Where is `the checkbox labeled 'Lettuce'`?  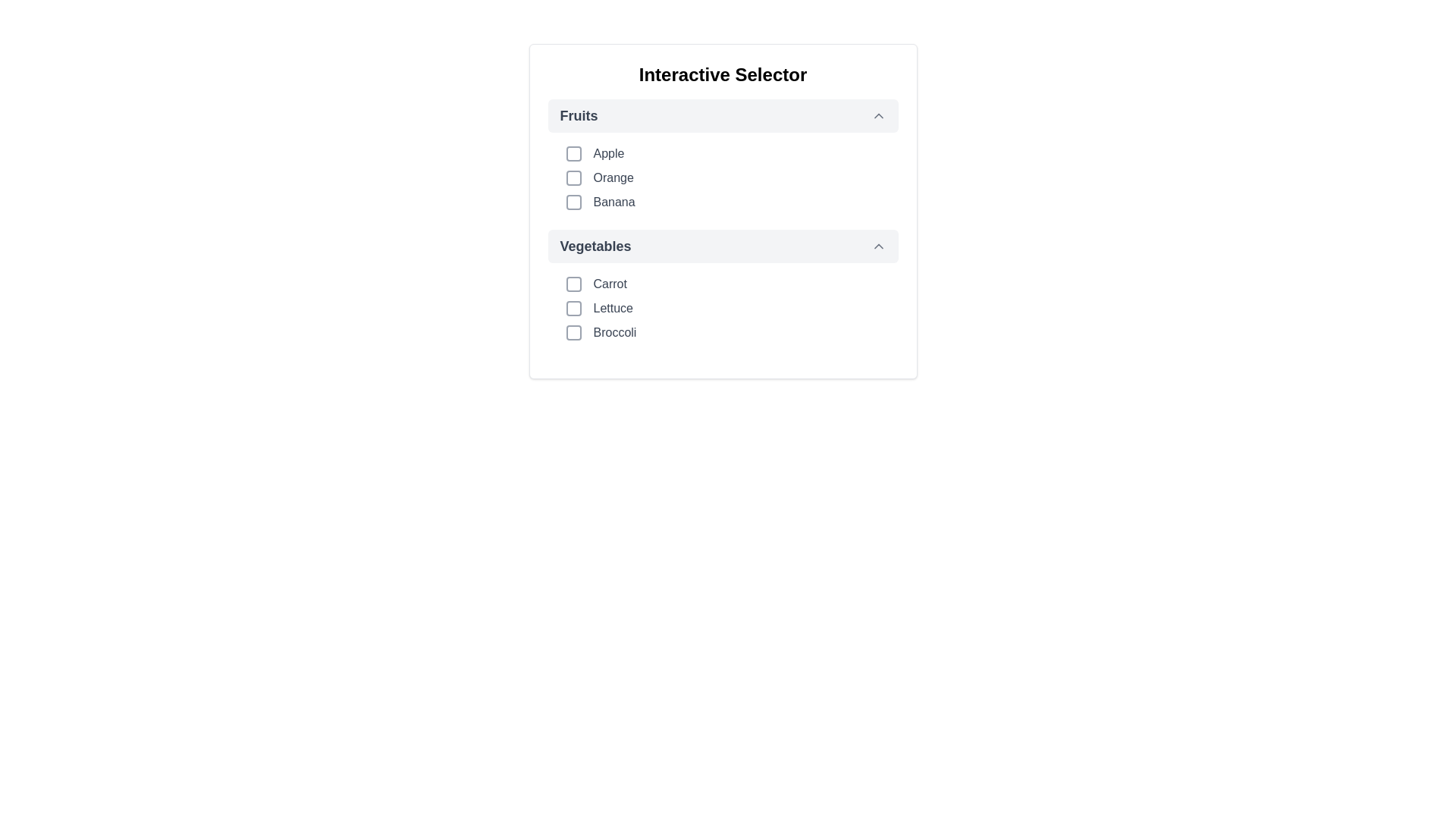 the checkbox labeled 'Lettuce' is located at coordinates (732, 308).